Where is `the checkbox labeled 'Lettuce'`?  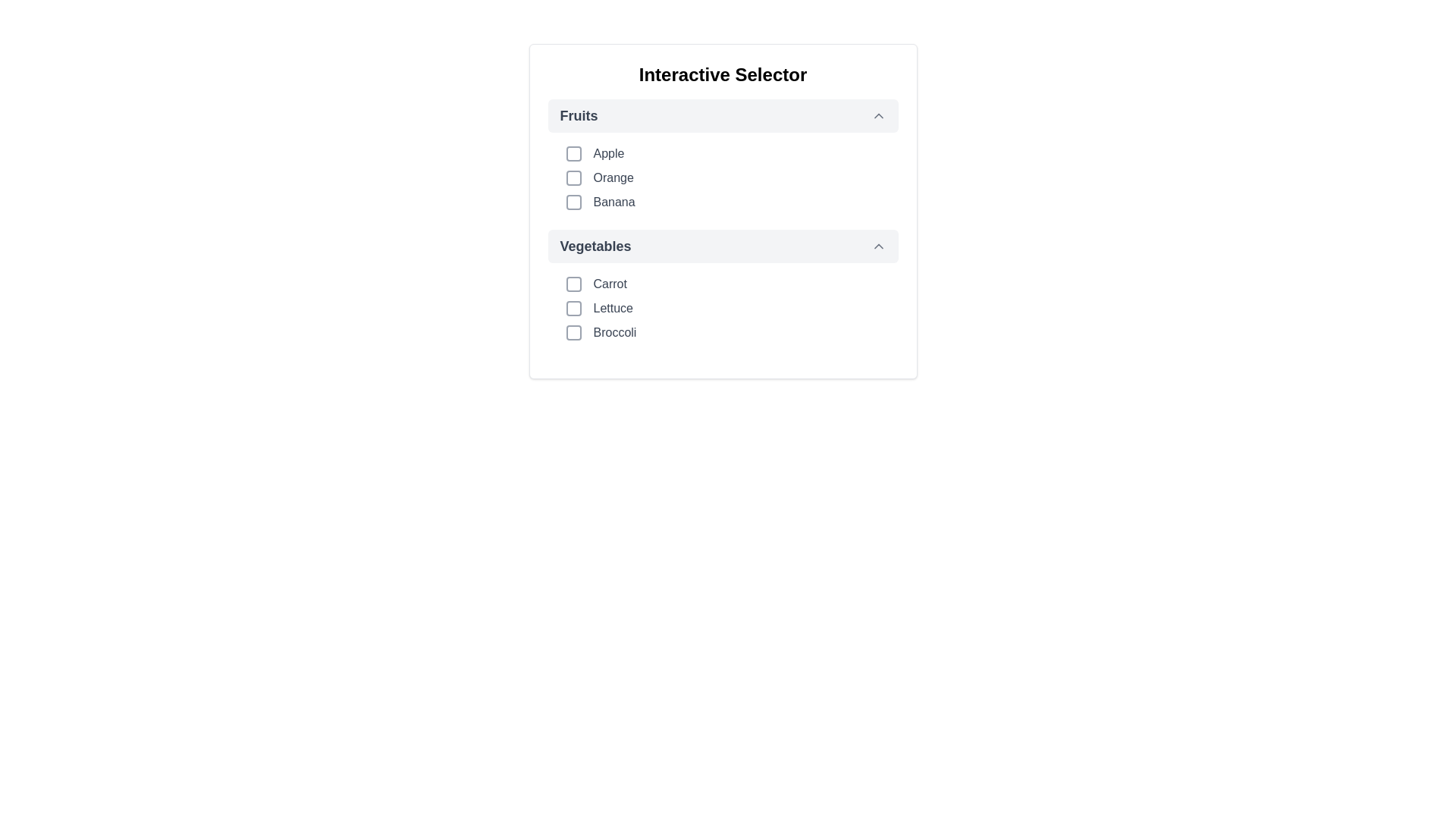 the checkbox labeled 'Lettuce' is located at coordinates (732, 308).